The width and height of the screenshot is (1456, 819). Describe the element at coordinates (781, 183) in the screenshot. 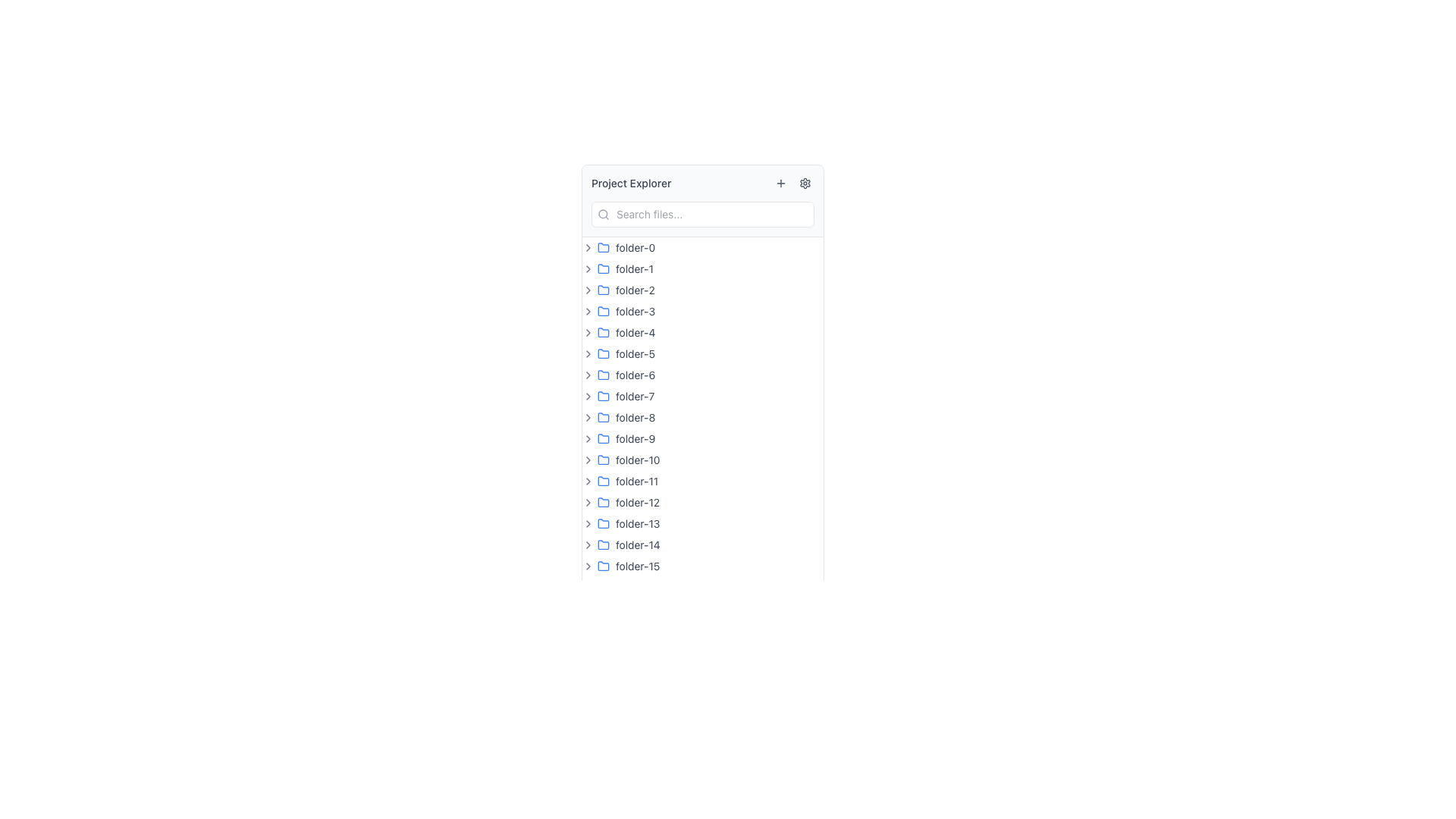

I see `the button` at that location.